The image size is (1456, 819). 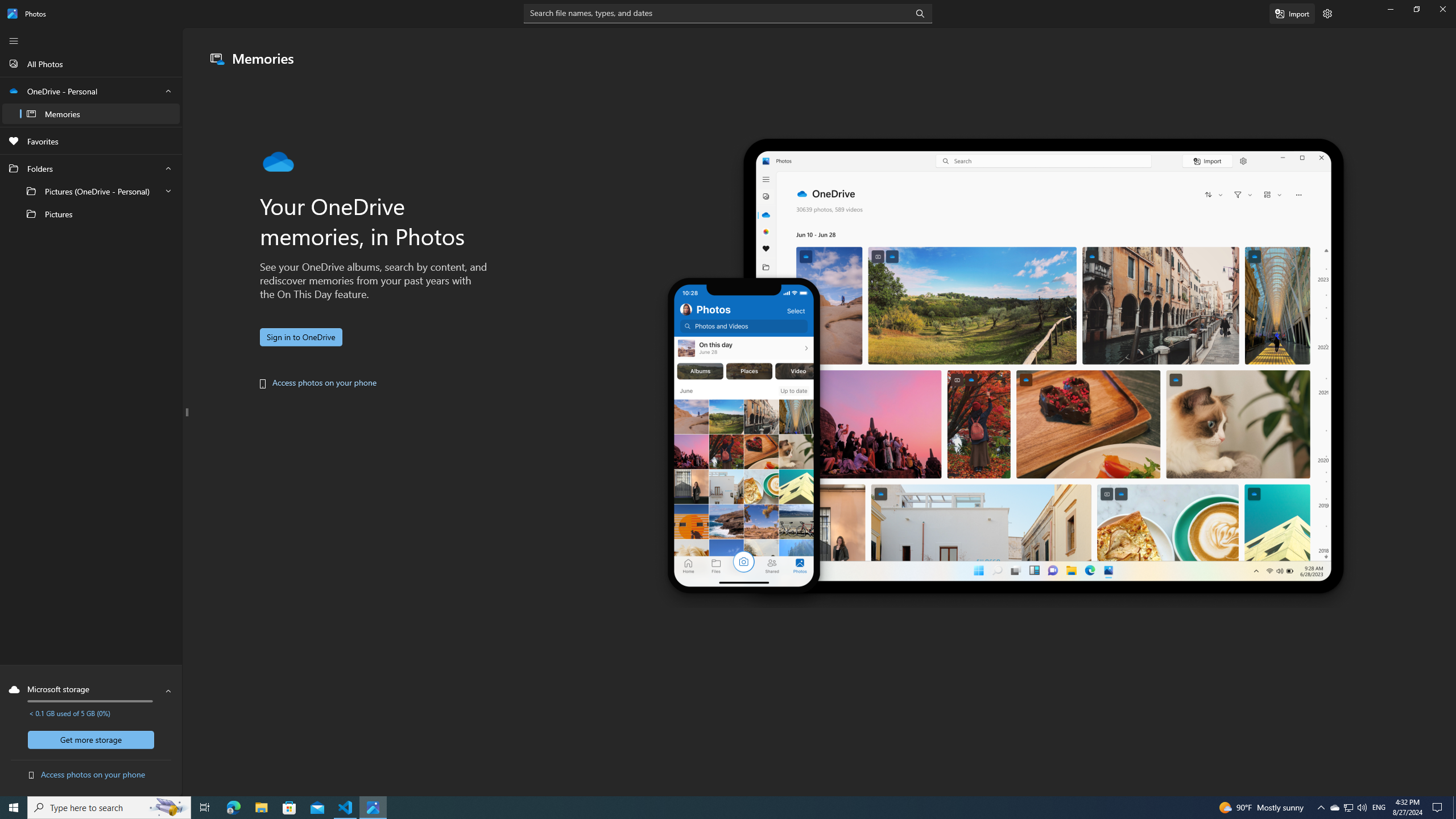 I want to click on 'Restore Photos', so click(x=1416, y=9).